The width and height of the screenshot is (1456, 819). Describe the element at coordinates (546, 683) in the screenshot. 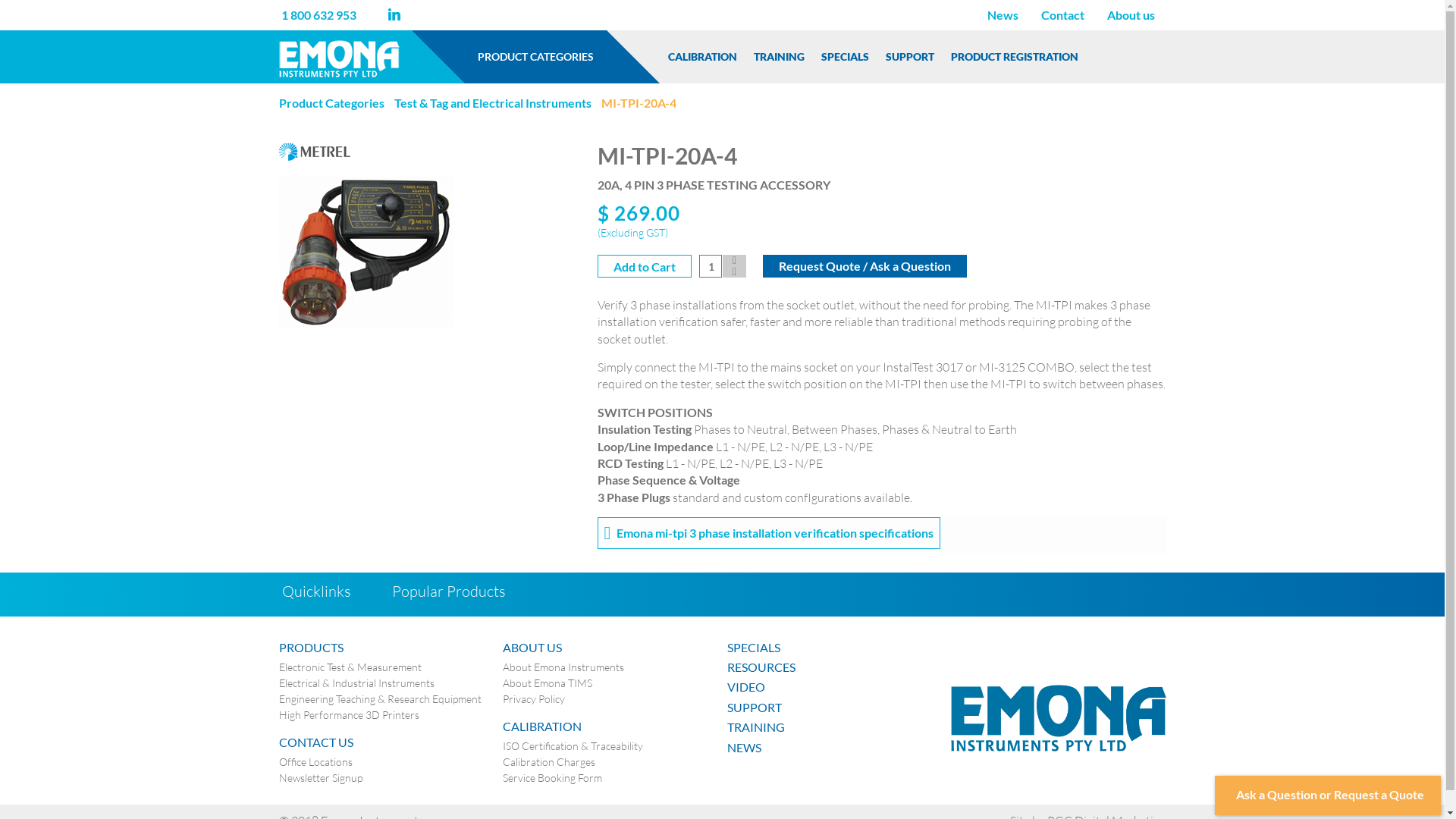

I see `'About Emona TIMS'` at that location.